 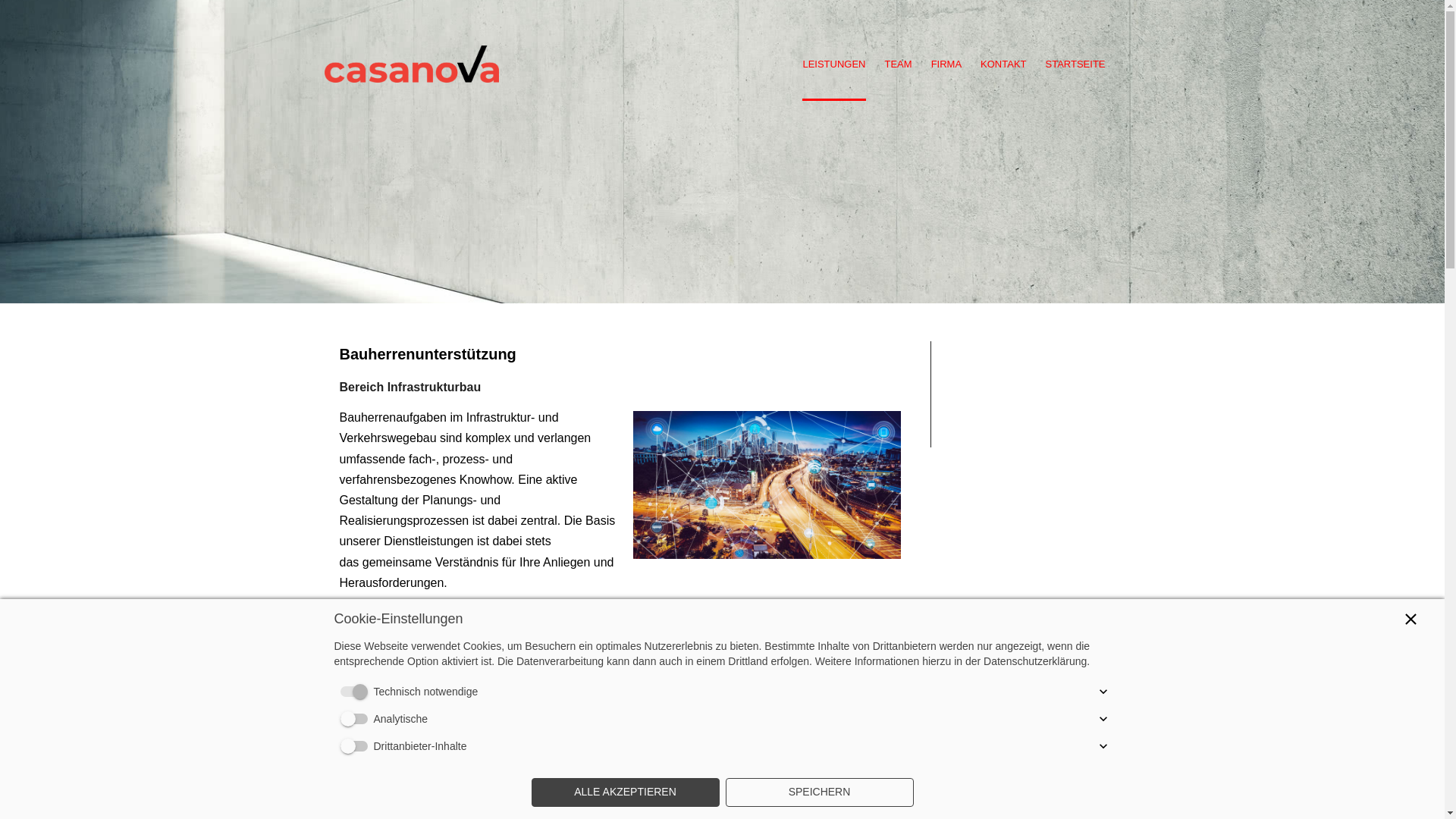 What do you see at coordinates (1003, 64) in the screenshot?
I see `'KONTAKT'` at bounding box center [1003, 64].